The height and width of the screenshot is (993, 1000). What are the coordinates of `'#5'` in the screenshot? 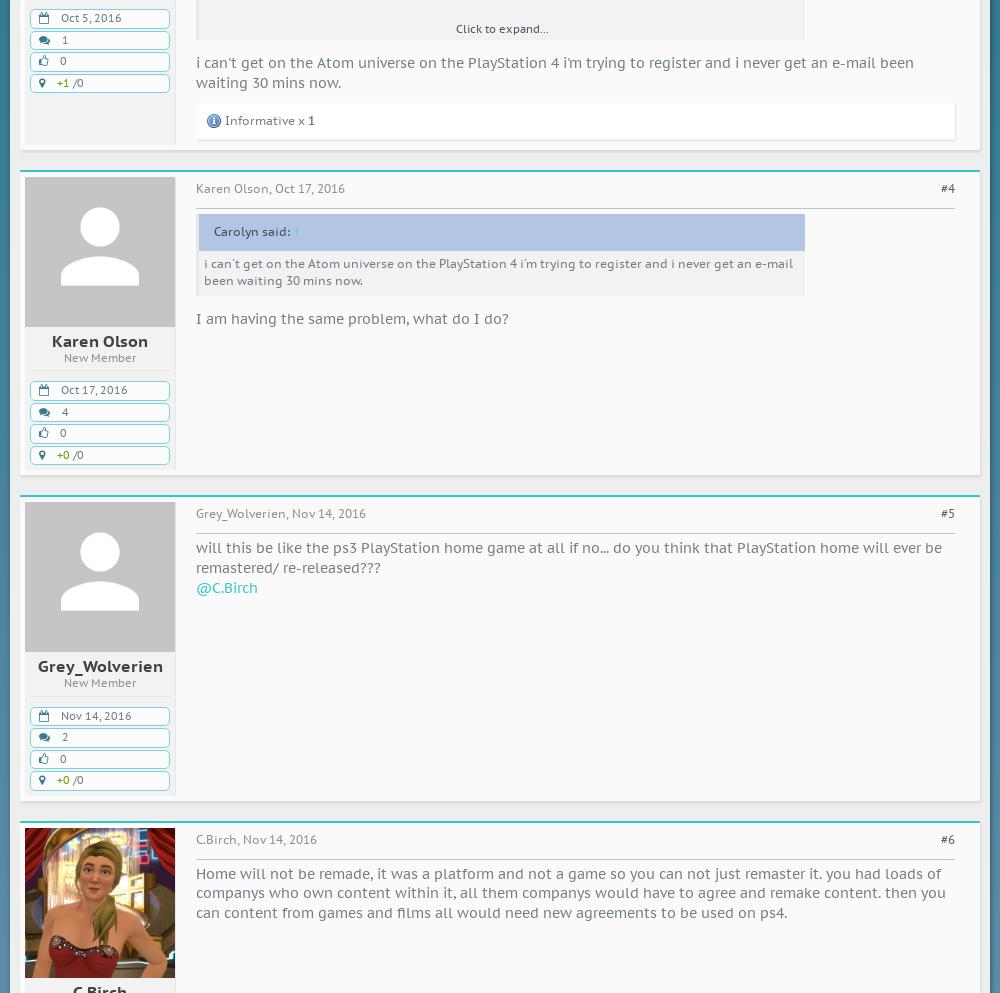 It's located at (947, 513).